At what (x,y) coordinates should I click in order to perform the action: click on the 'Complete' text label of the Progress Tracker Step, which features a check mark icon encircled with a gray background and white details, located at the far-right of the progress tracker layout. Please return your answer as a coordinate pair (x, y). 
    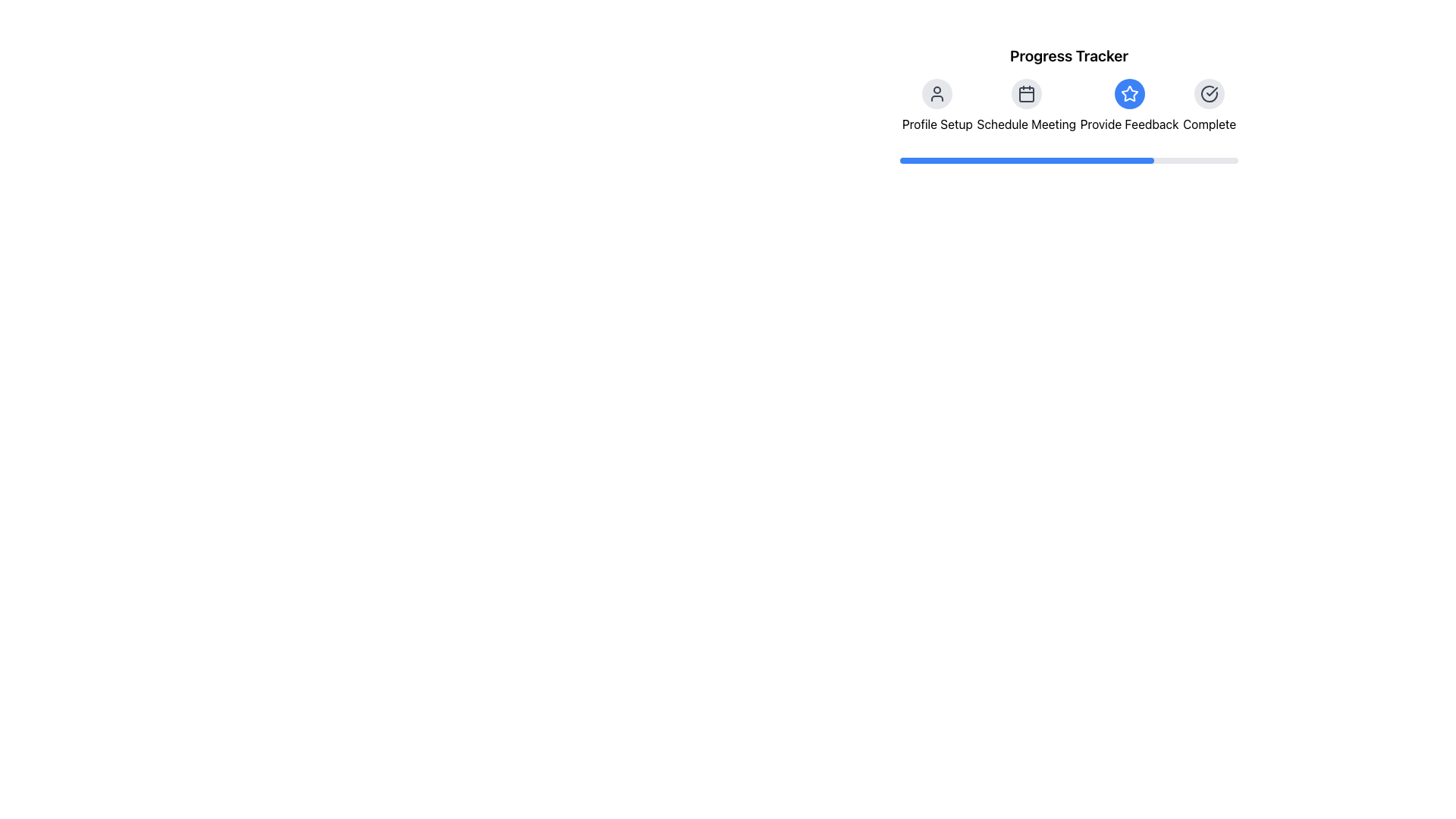
    Looking at the image, I should click on (1209, 105).